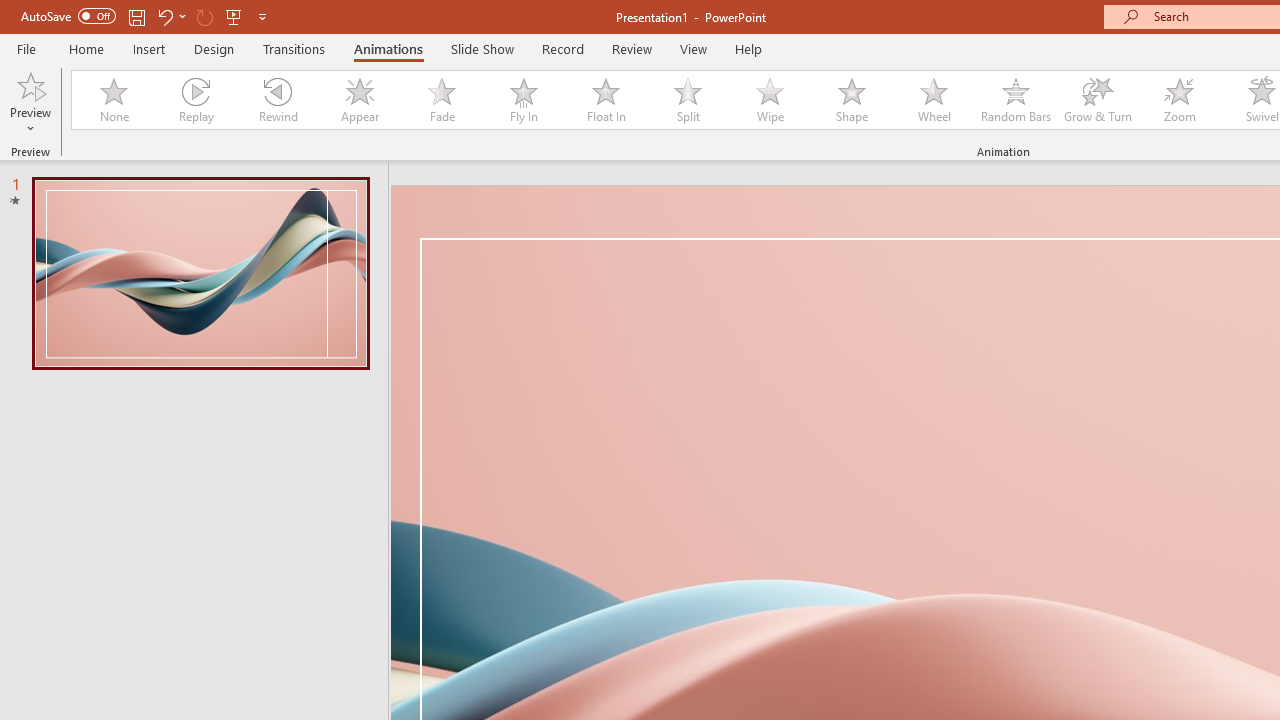  Describe the element at coordinates (604, 100) in the screenshot. I see `'Float In'` at that location.